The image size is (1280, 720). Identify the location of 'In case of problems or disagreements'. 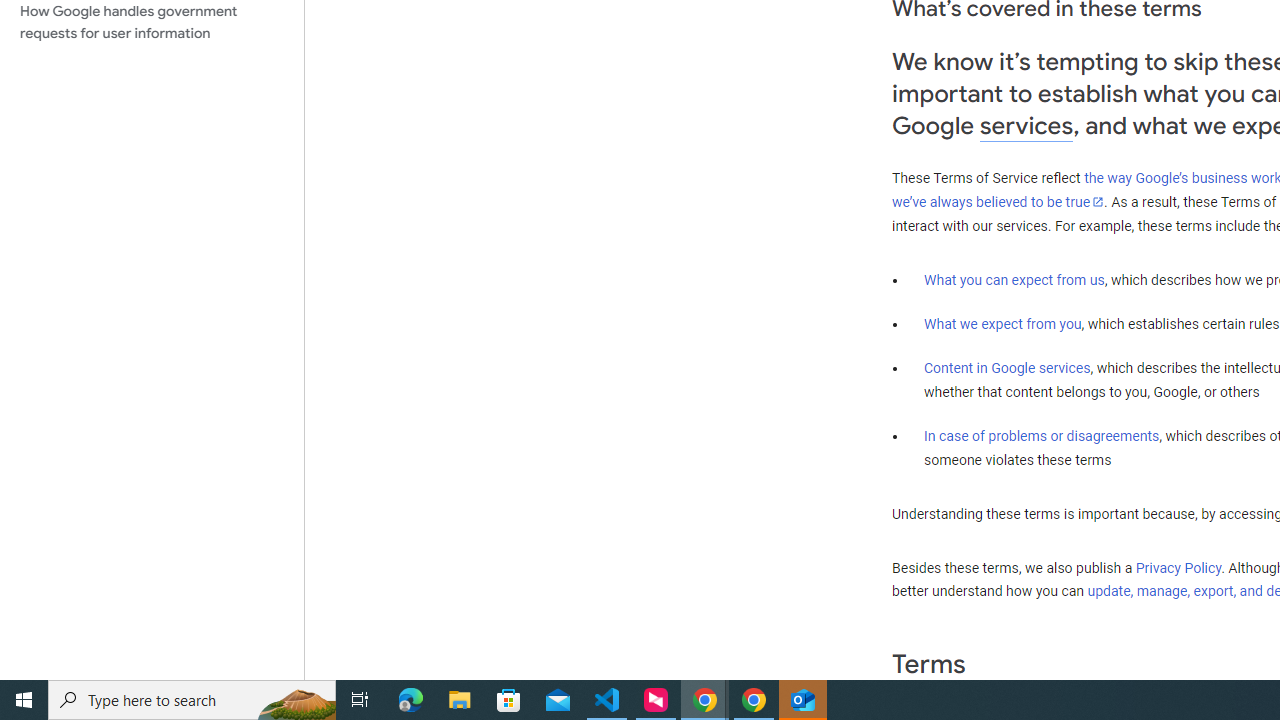
(1040, 434).